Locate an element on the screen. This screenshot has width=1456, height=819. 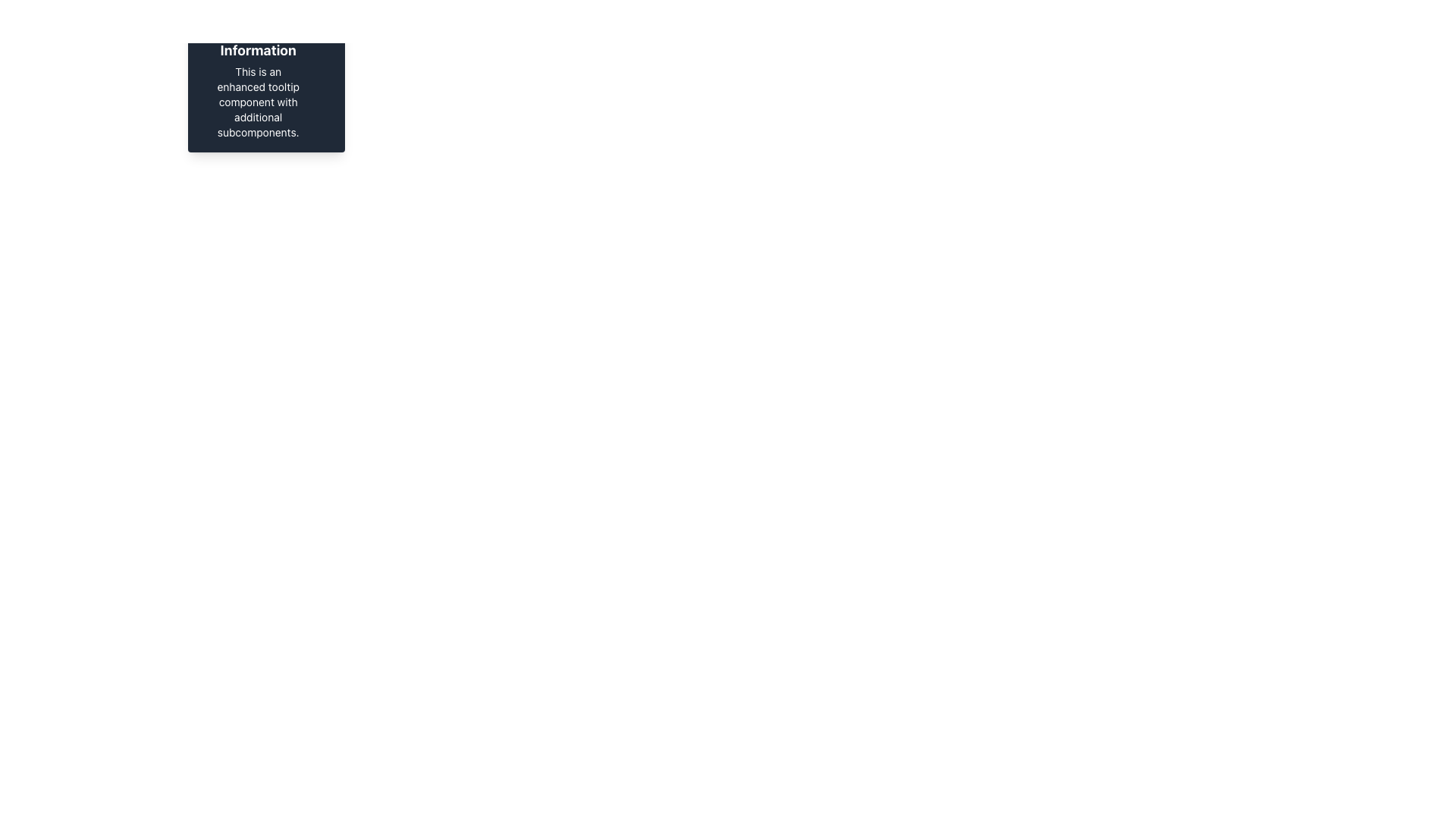
the label displaying 'Tooltip Information', which is bold and large-font styled in white against a dark background, located at the top of the tooltip component is located at coordinates (258, 39).